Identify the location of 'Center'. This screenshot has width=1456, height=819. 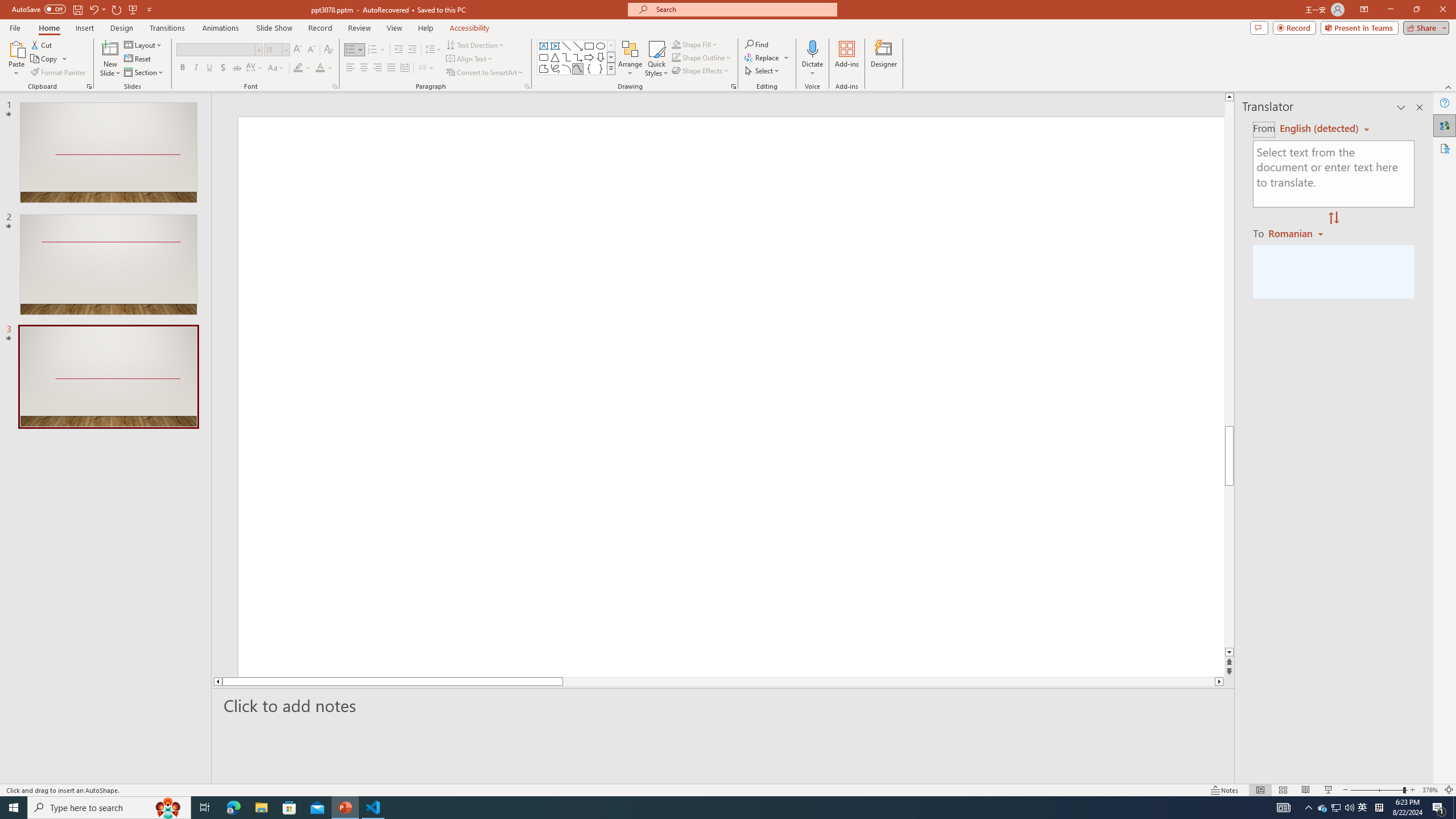
(364, 67).